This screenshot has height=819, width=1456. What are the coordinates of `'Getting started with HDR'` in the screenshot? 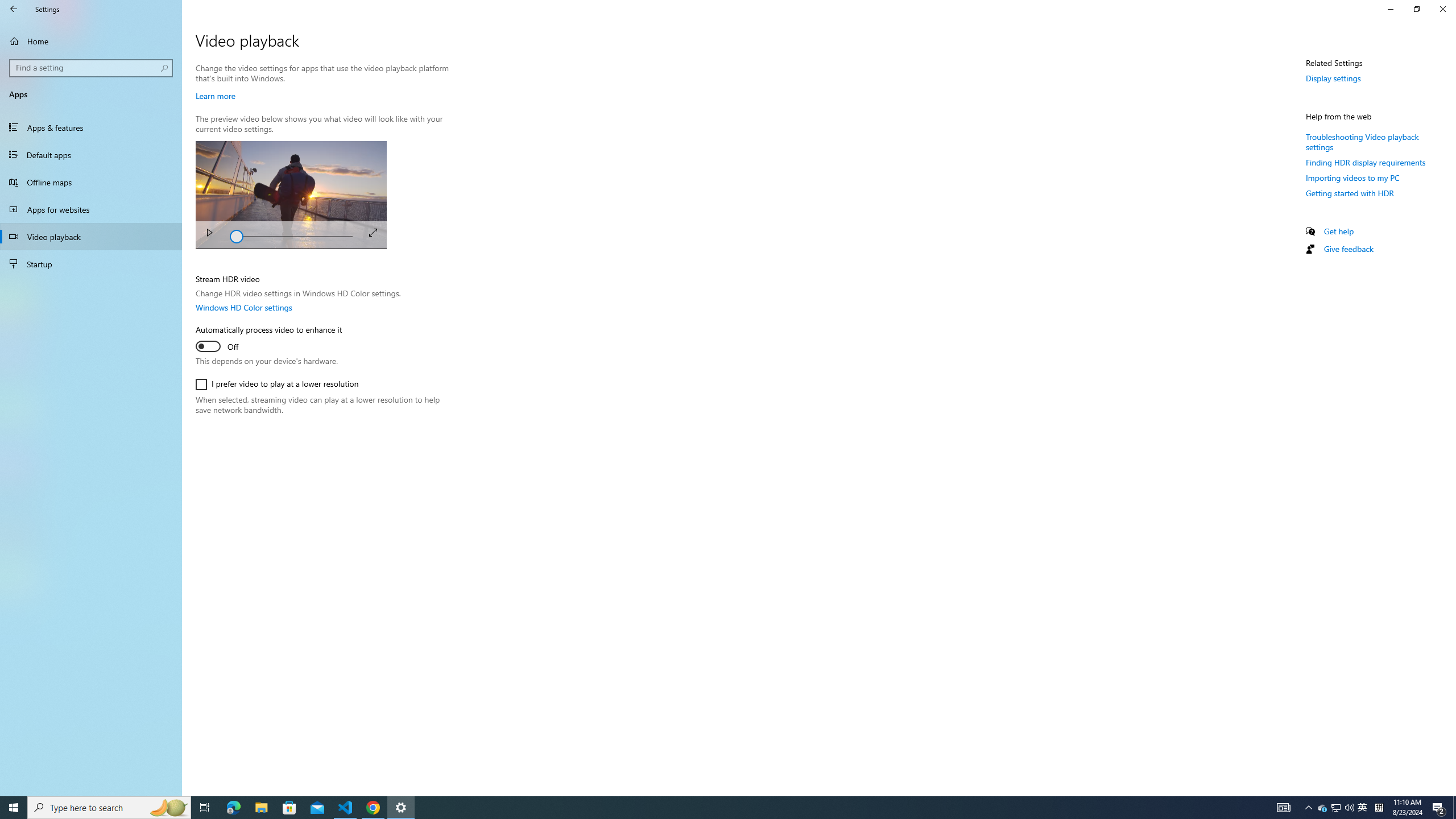 It's located at (1349, 192).